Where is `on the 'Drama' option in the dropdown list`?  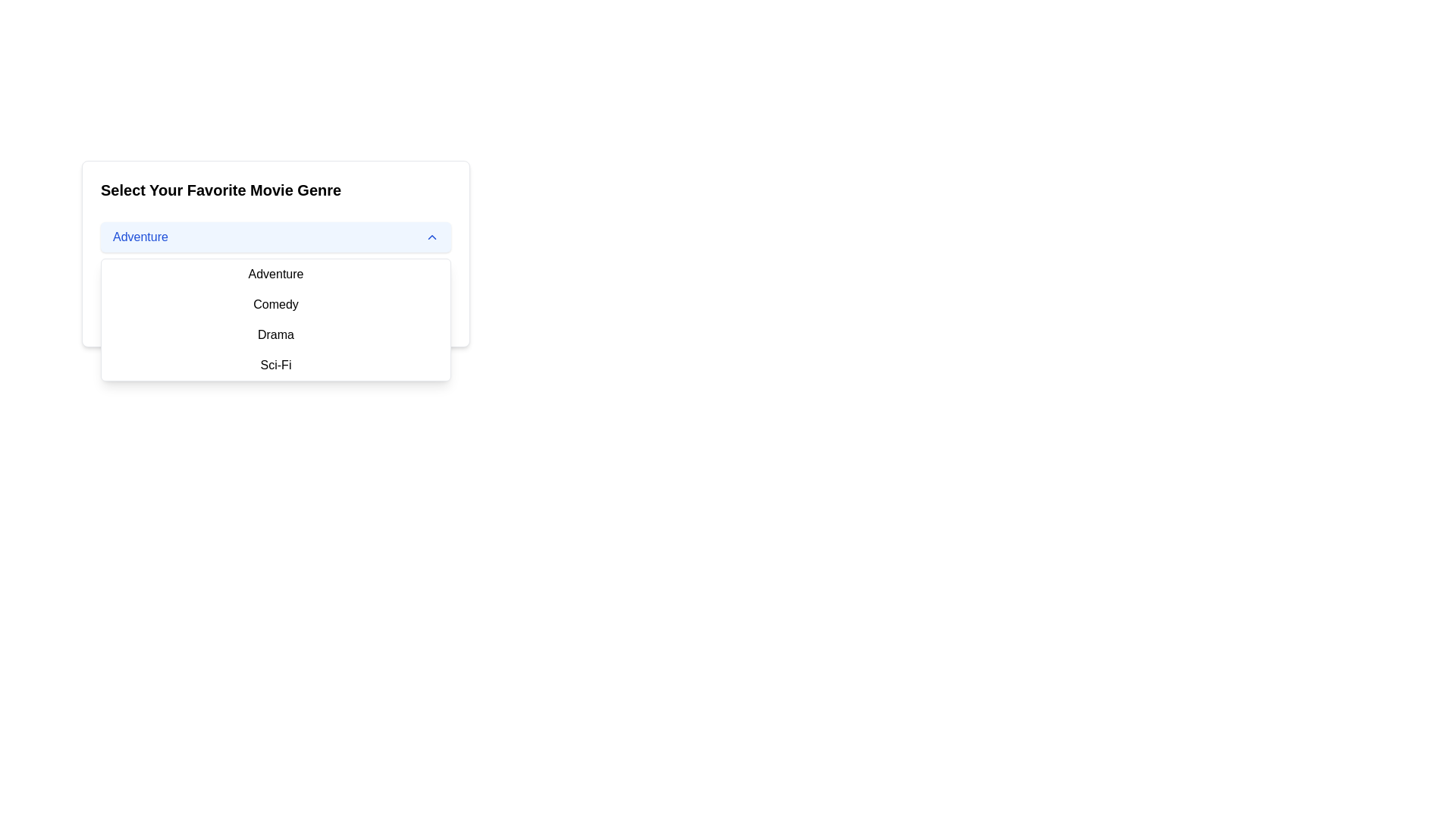
on the 'Drama' option in the dropdown list is located at coordinates (276, 334).